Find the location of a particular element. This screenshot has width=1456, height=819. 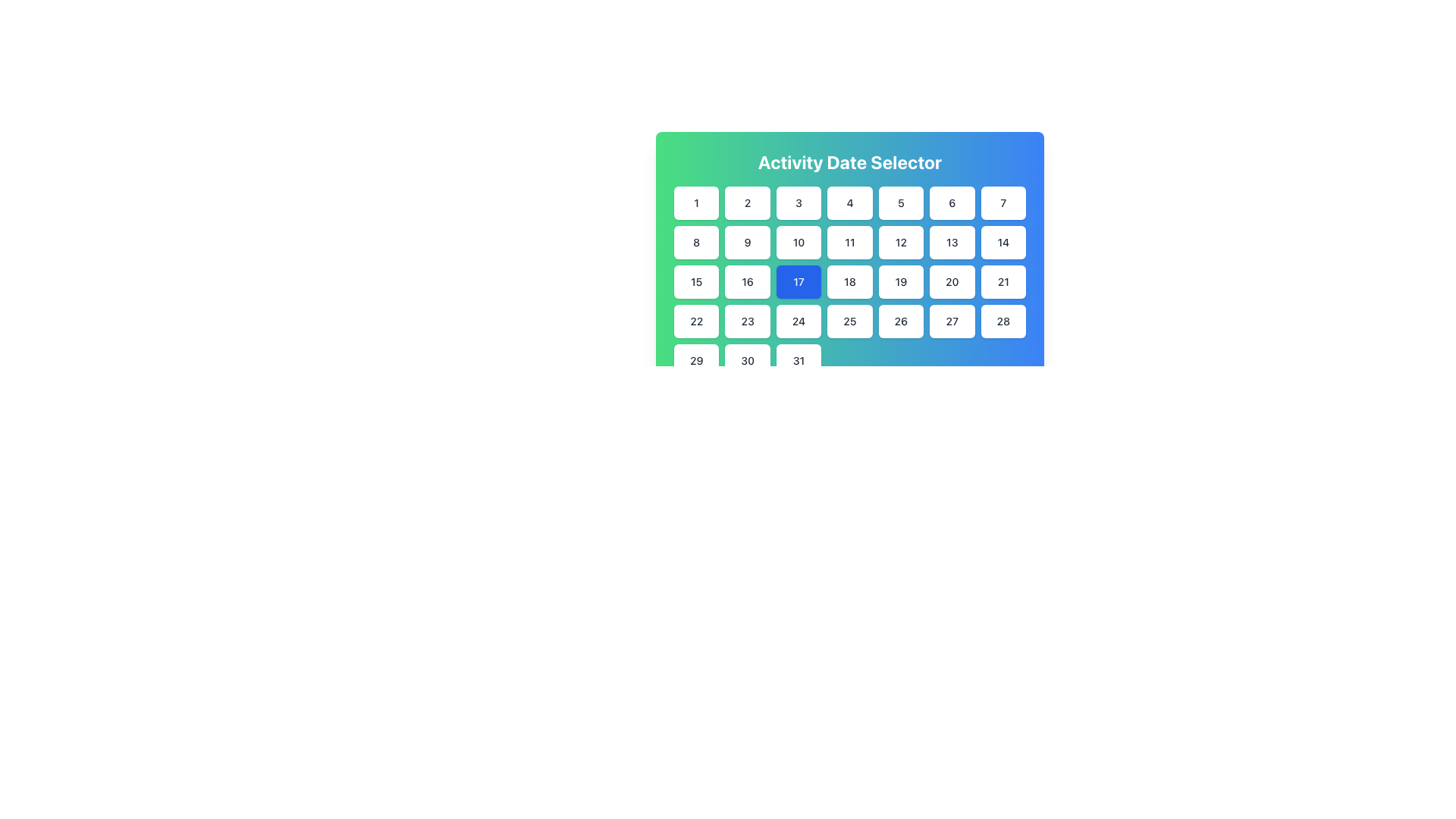

the rounded rectangular button with a white background and the numeral '24' in dark-gray font is located at coordinates (798, 321).